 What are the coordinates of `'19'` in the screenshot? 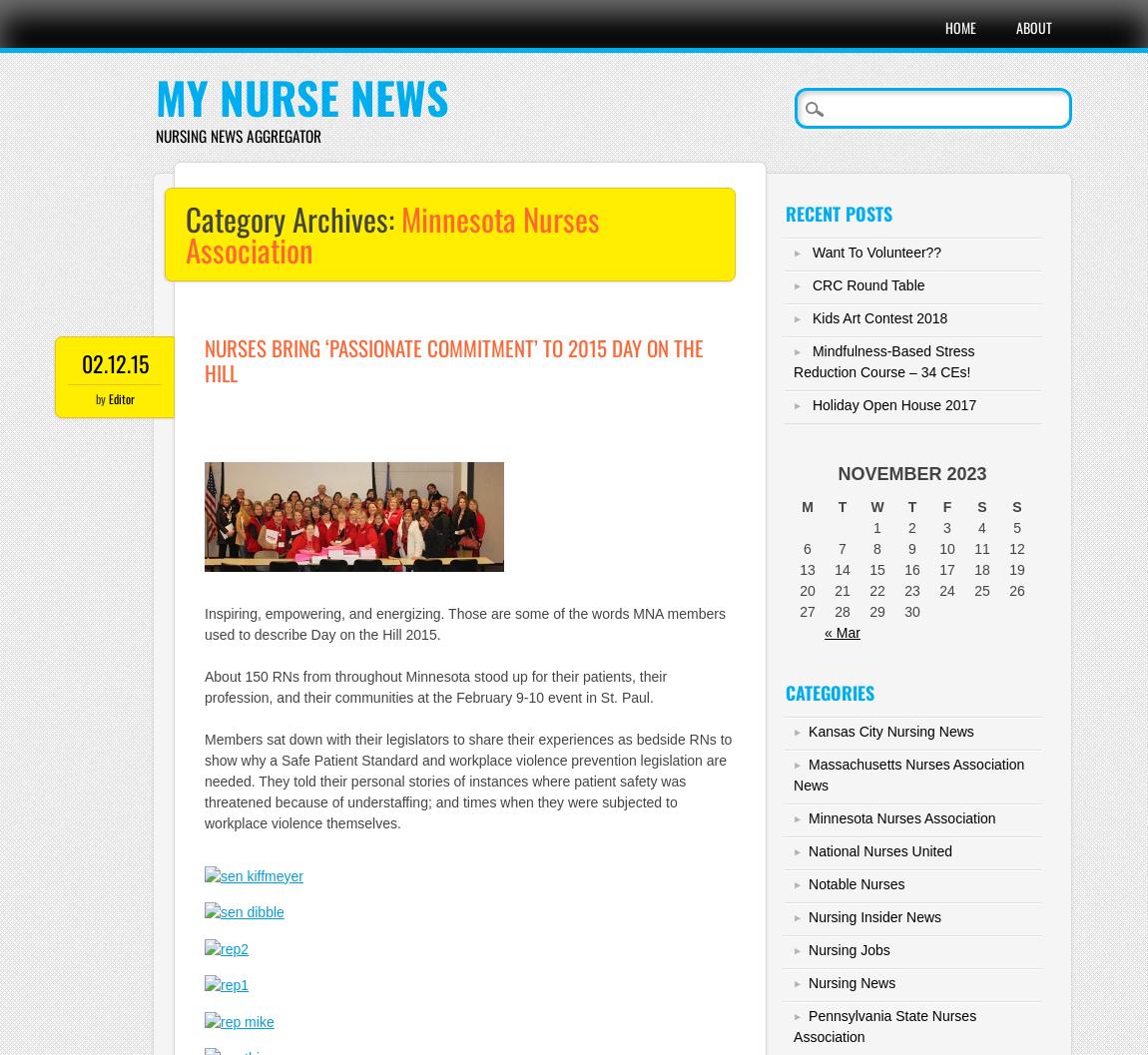 It's located at (1016, 568).